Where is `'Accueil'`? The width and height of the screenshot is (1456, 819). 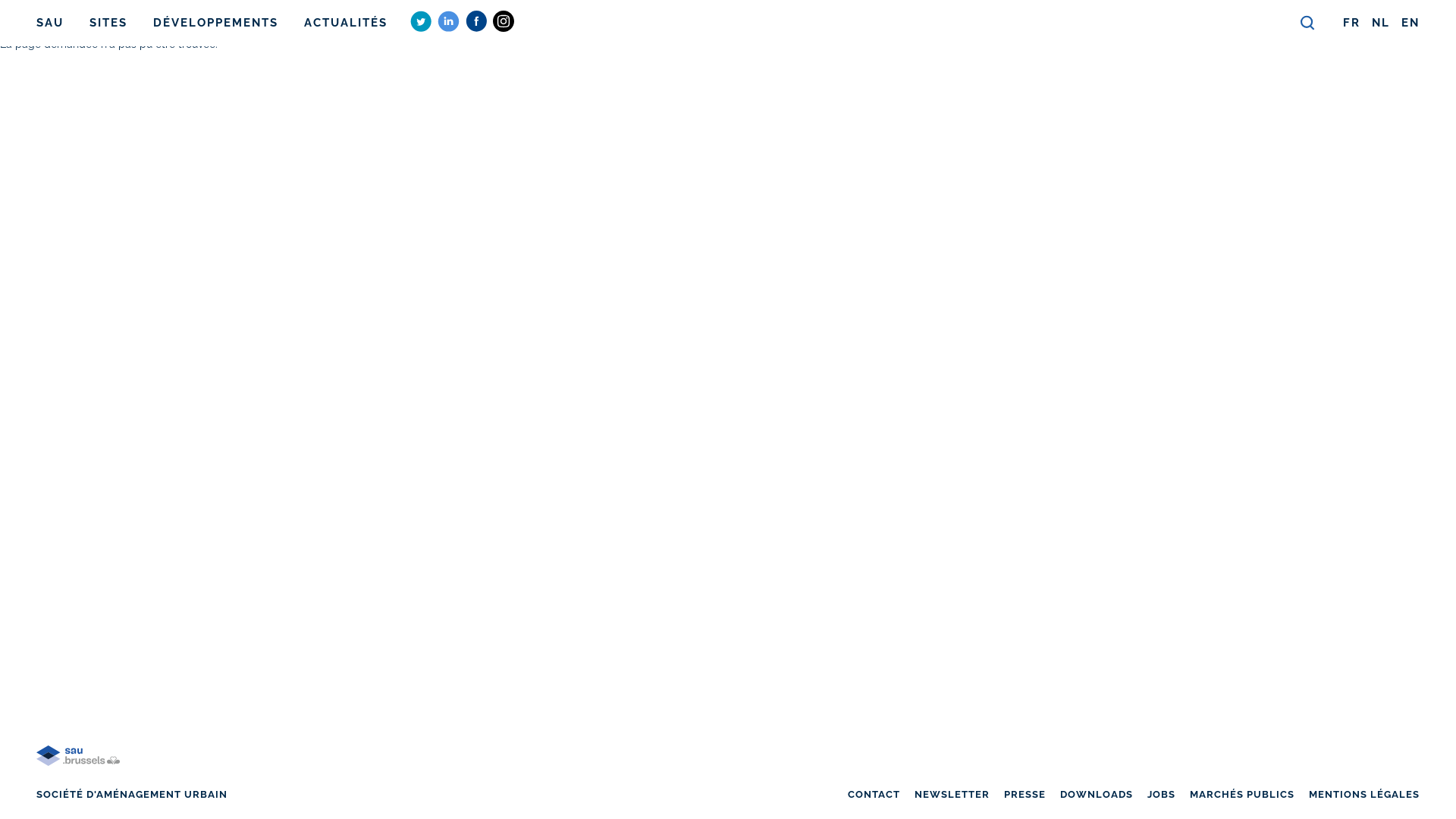 'Accueil' is located at coordinates (77, 775).